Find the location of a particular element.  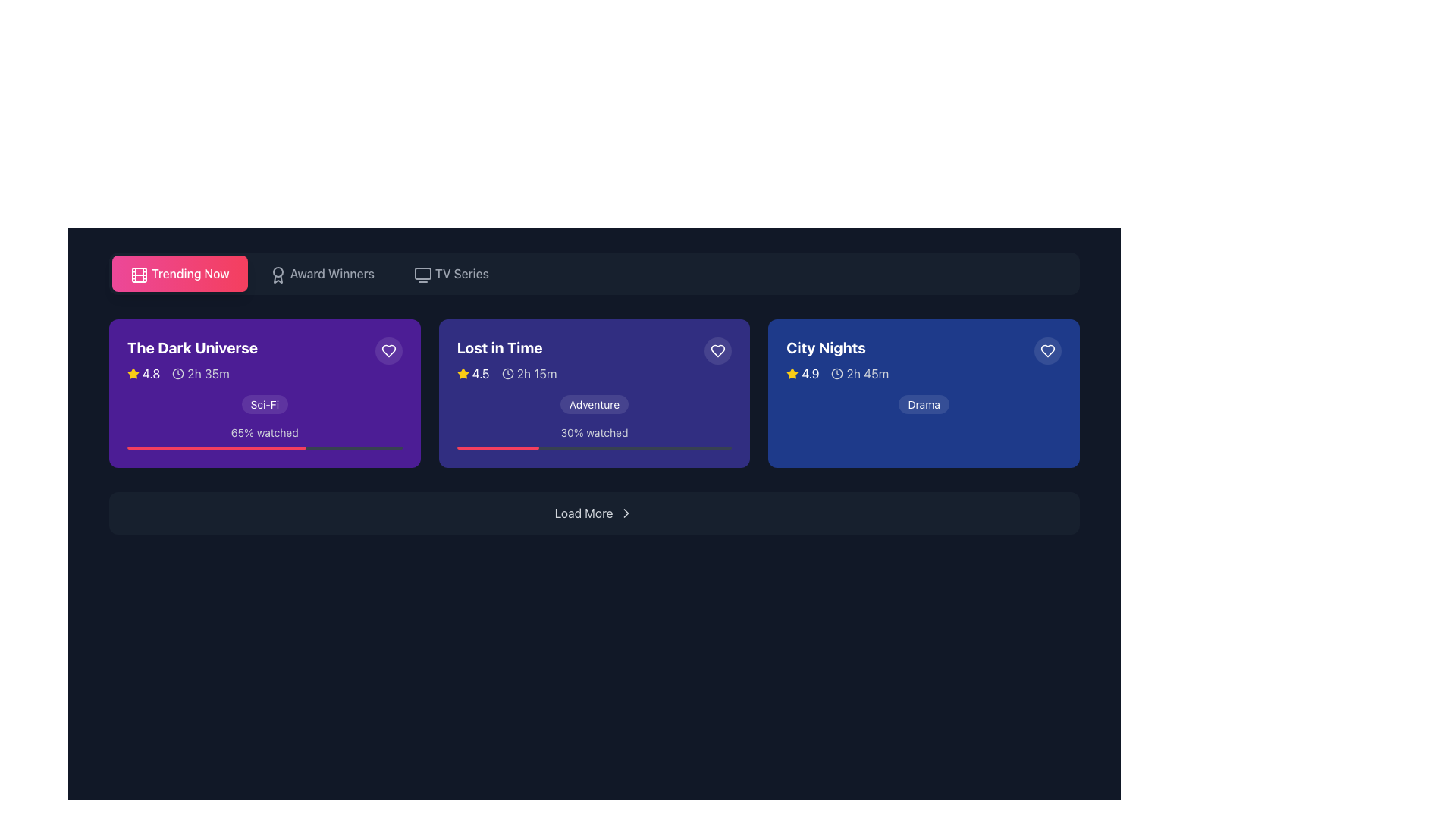

the 'like' or 'favorite' button represented by a heart icon located at the top-right corner of the first content card is located at coordinates (388, 350).